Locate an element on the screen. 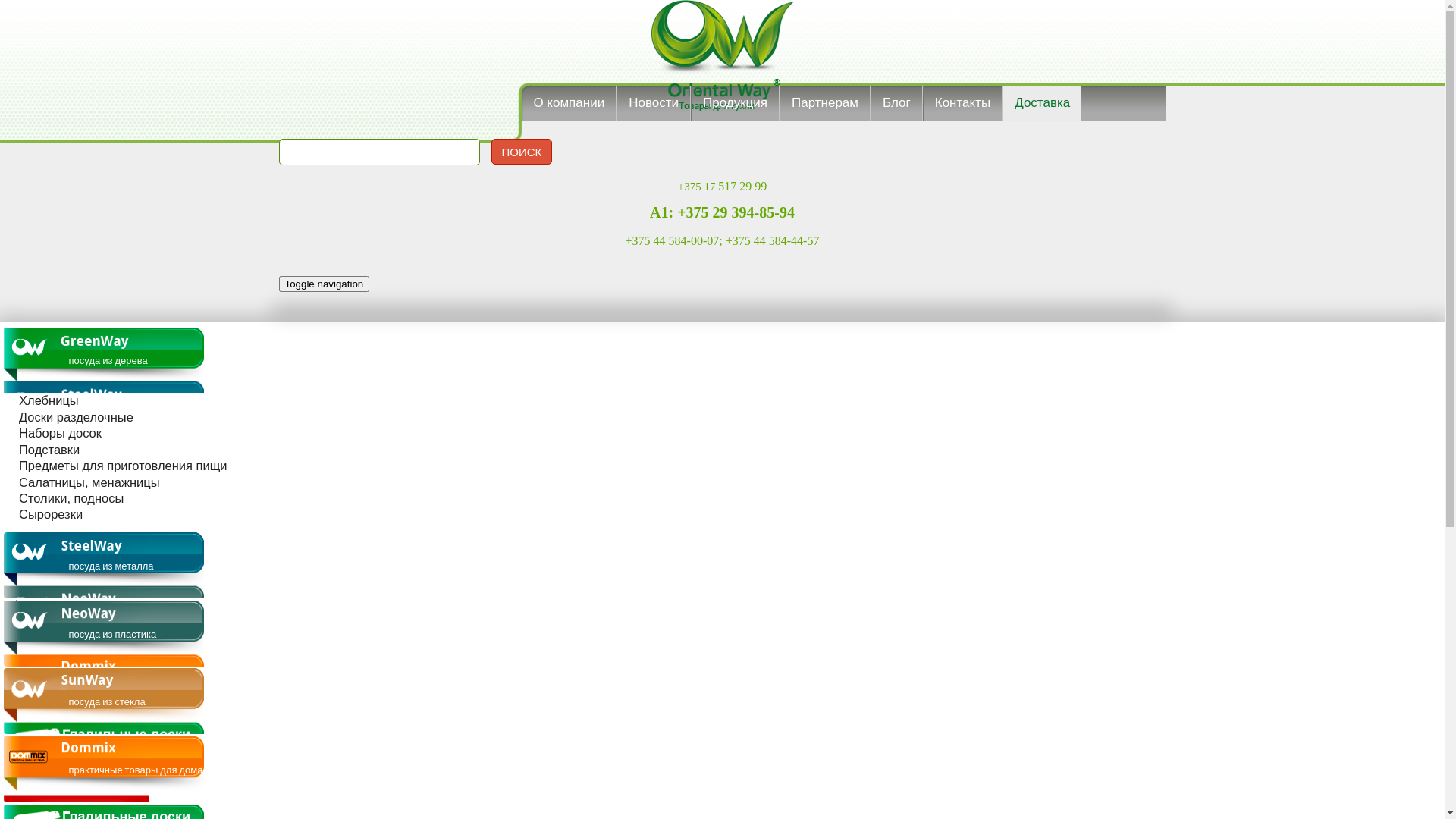  'Toggle navigation' is located at coordinates (323, 284).